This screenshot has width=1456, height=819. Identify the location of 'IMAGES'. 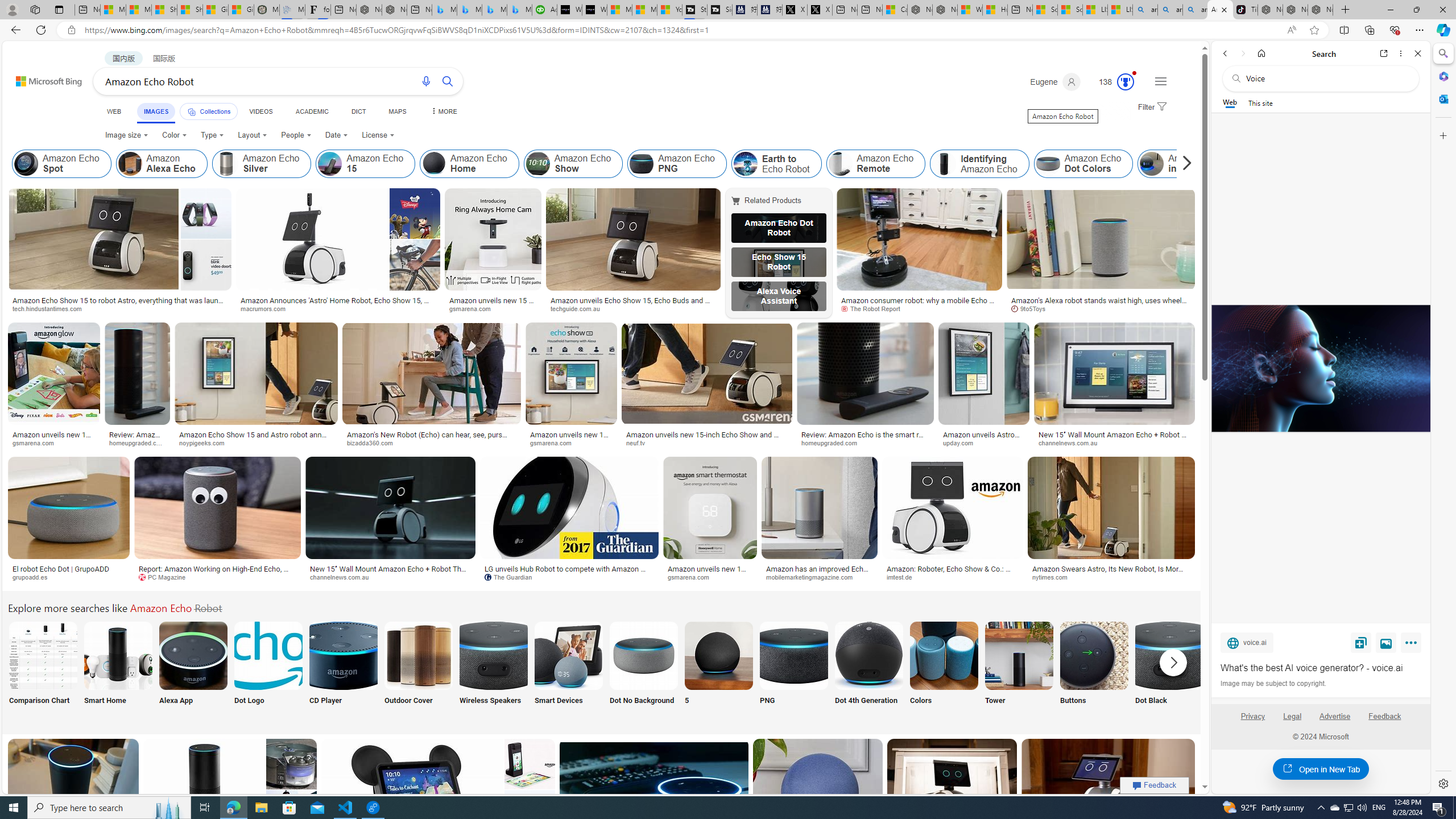
(156, 111).